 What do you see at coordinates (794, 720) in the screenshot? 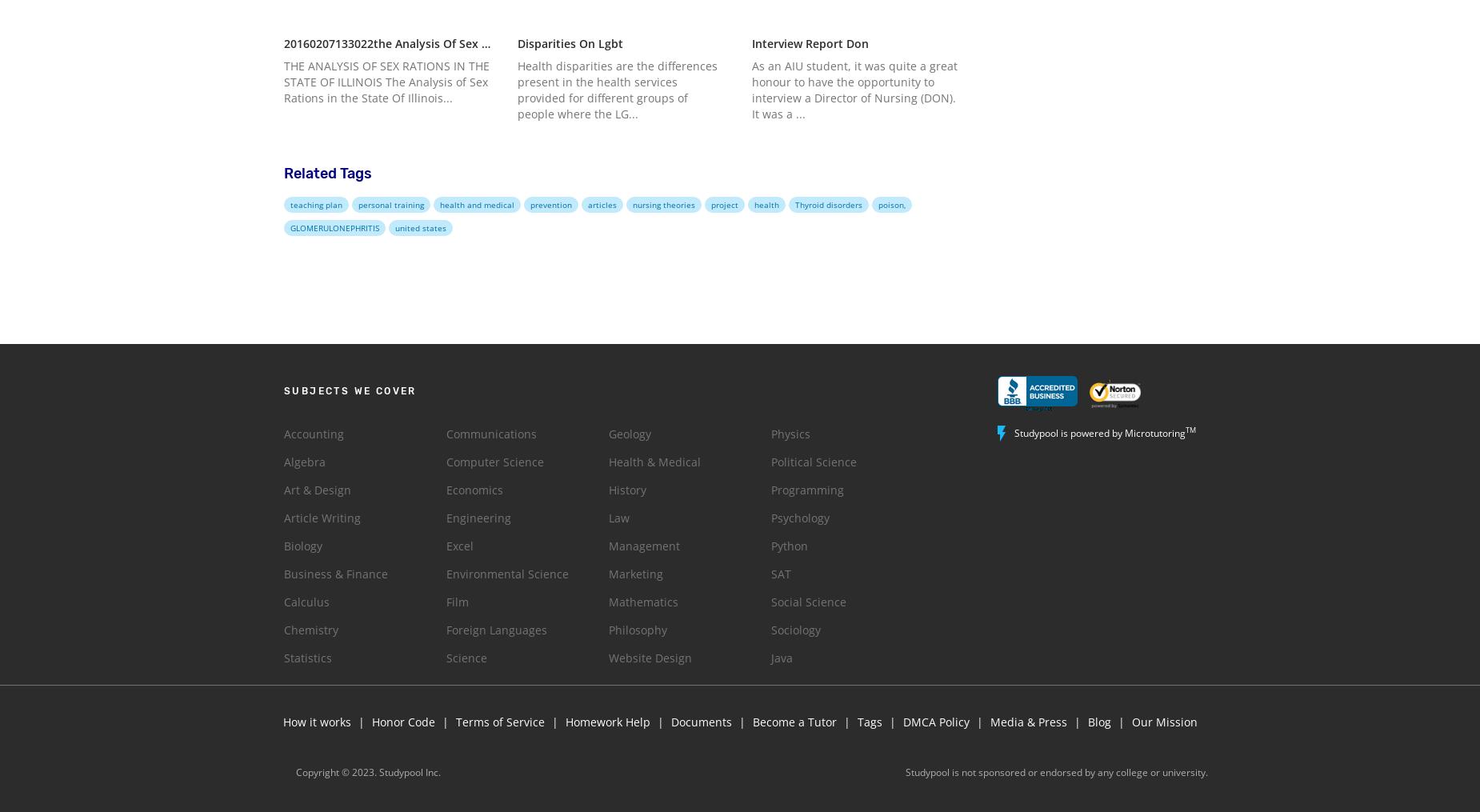
I see `'Become a Tutor'` at bounding box center [794, 720].